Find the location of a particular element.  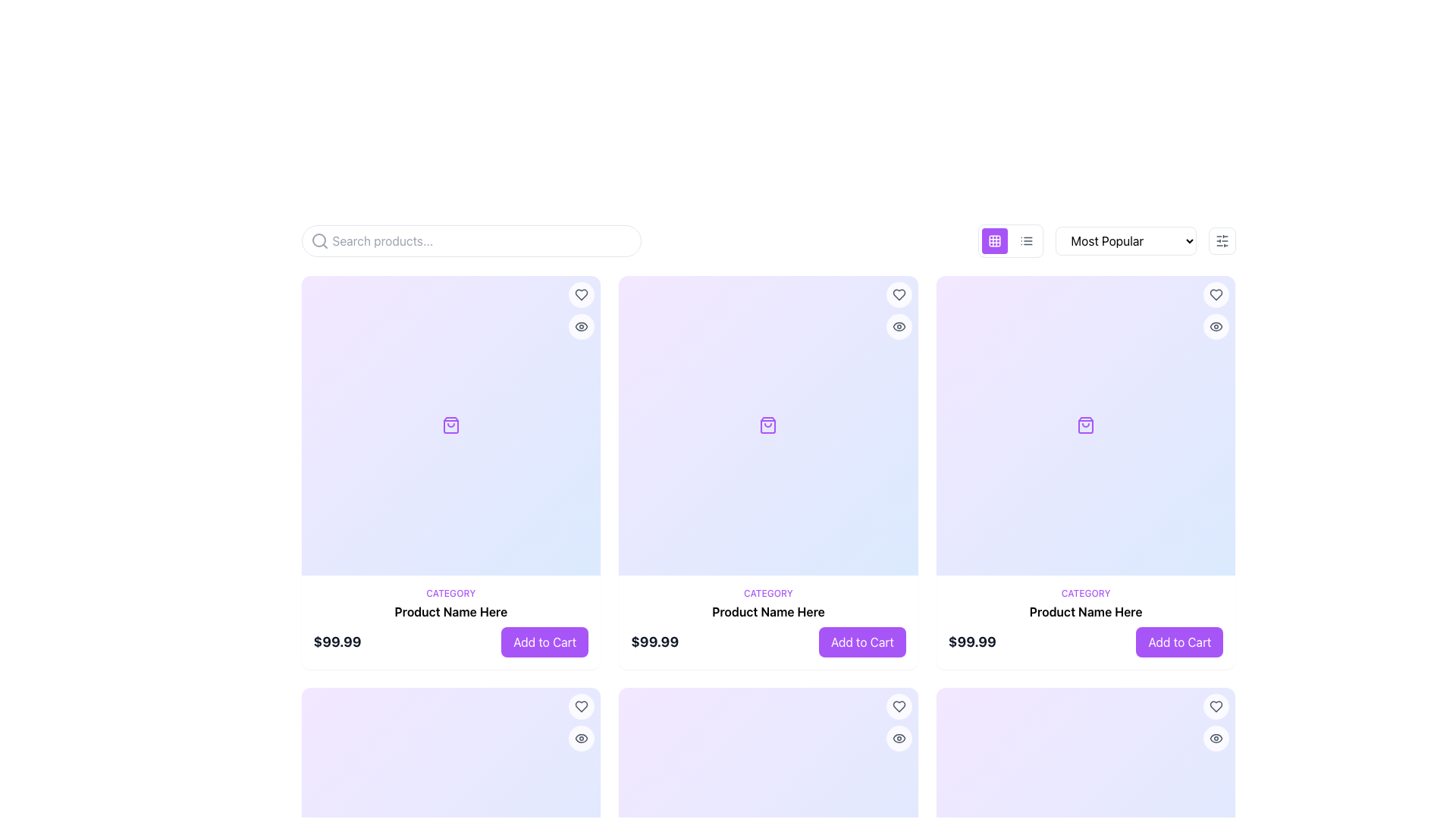

the heart icon located in the top-right corner of a product card to mark the product as a favorite is located at coordinates (581, 706).